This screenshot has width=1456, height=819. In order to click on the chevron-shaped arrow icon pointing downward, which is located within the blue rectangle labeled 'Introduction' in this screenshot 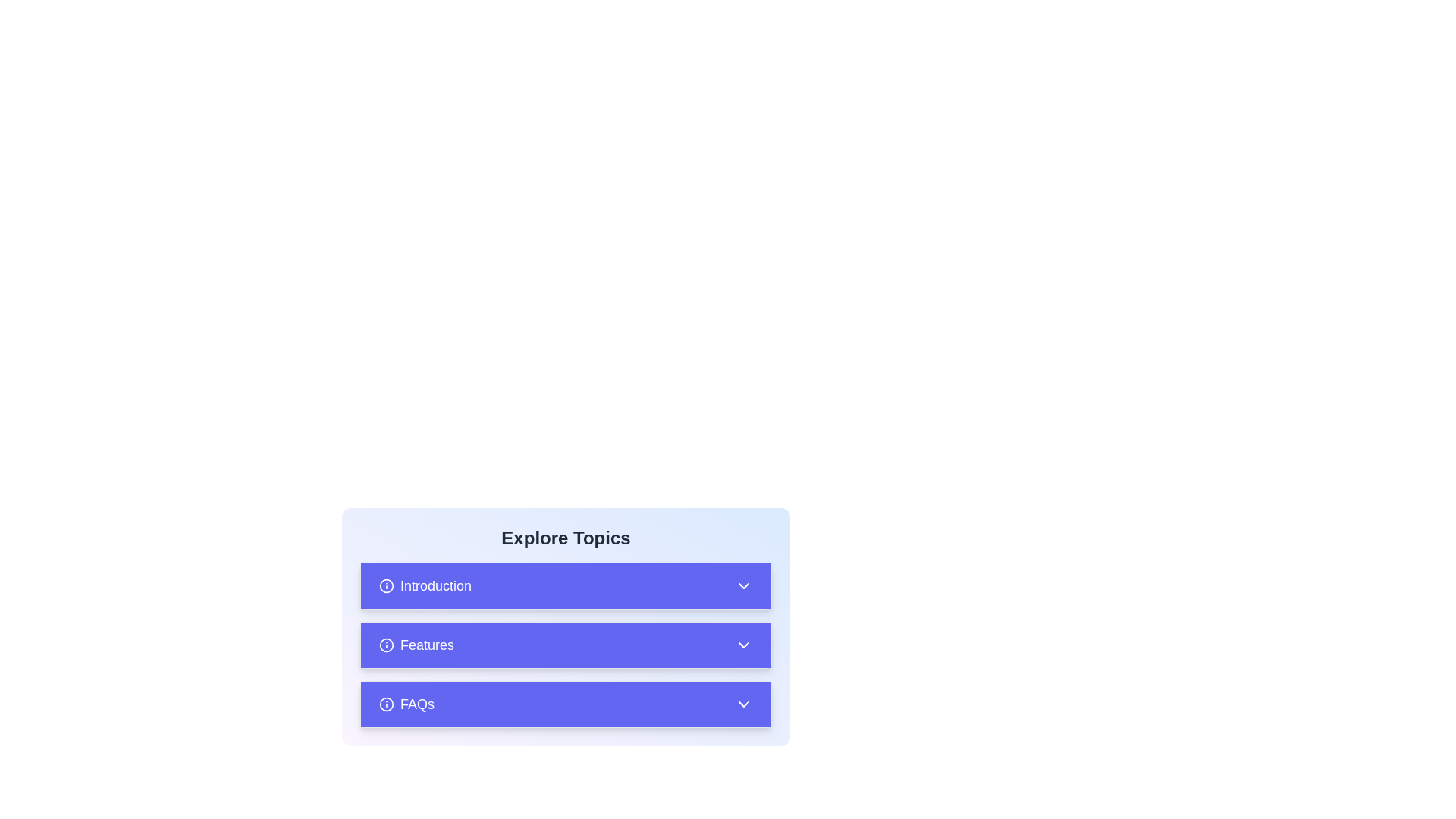, I will do `click(743, 585)`.